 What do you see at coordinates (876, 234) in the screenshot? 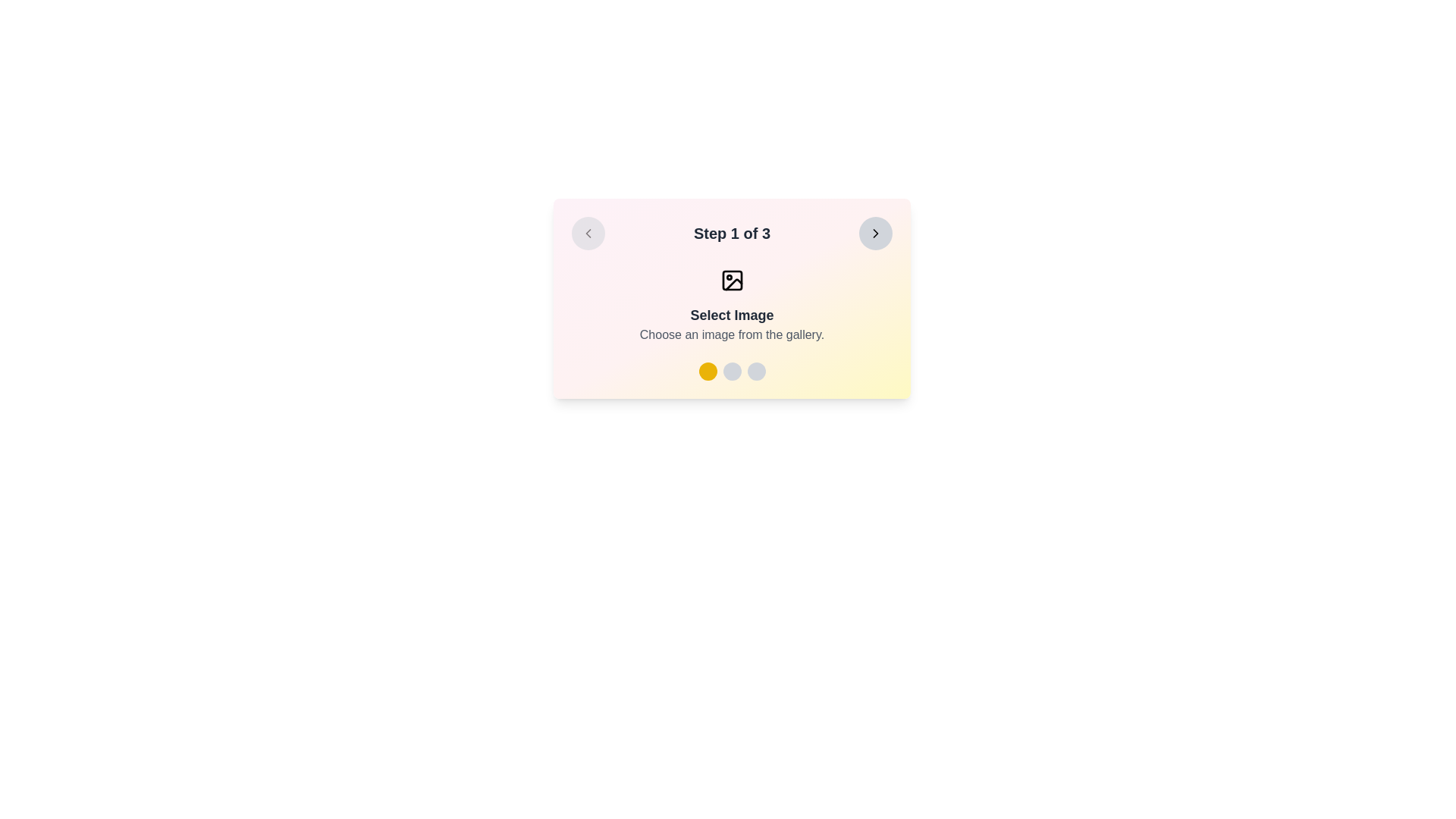
I see `the navigation icon located within the circular button on the right side of the card to proceed to the next step` at bounding box center [876, 234].